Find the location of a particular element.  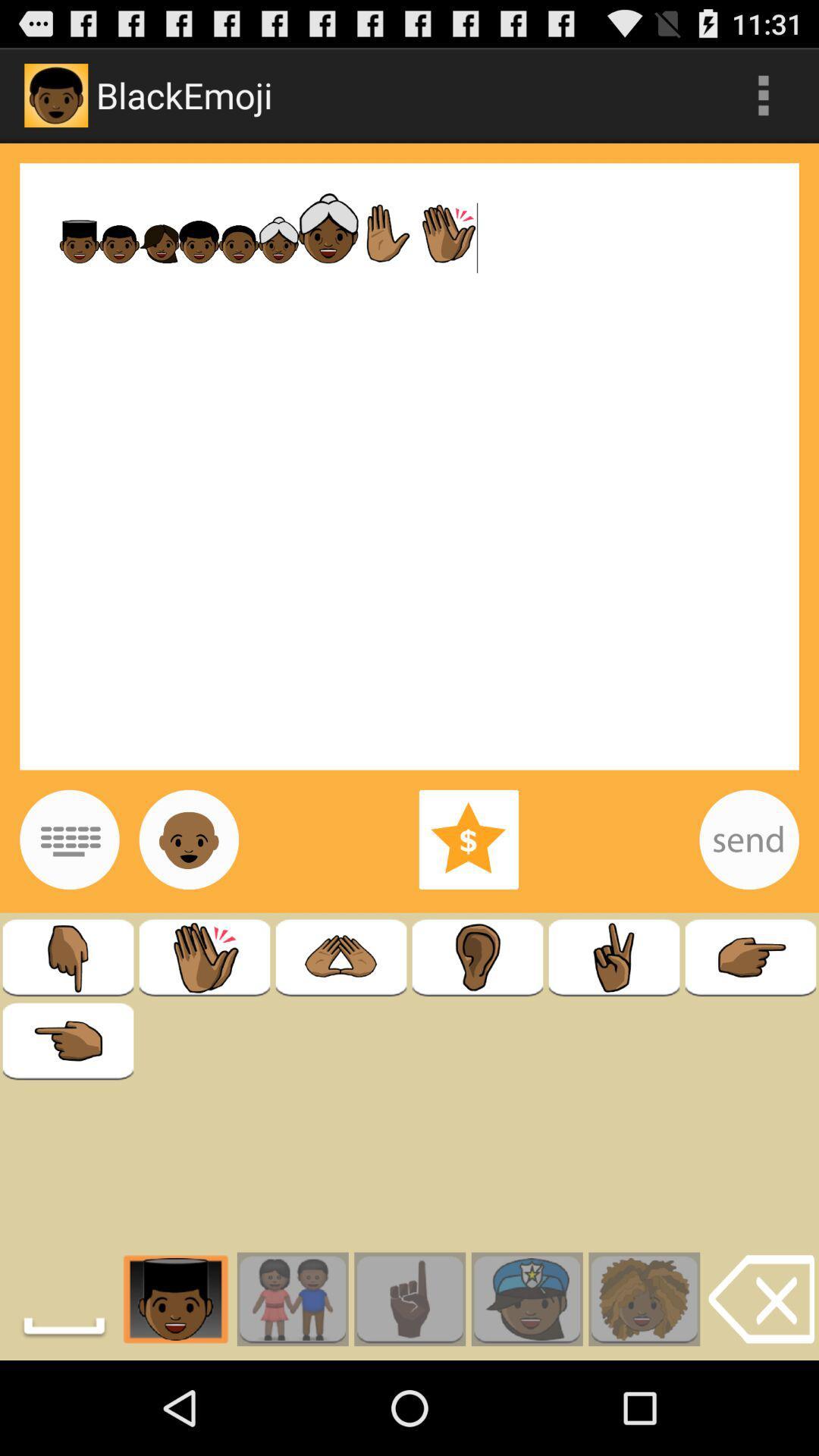

message is located at coordinates (748, 839).